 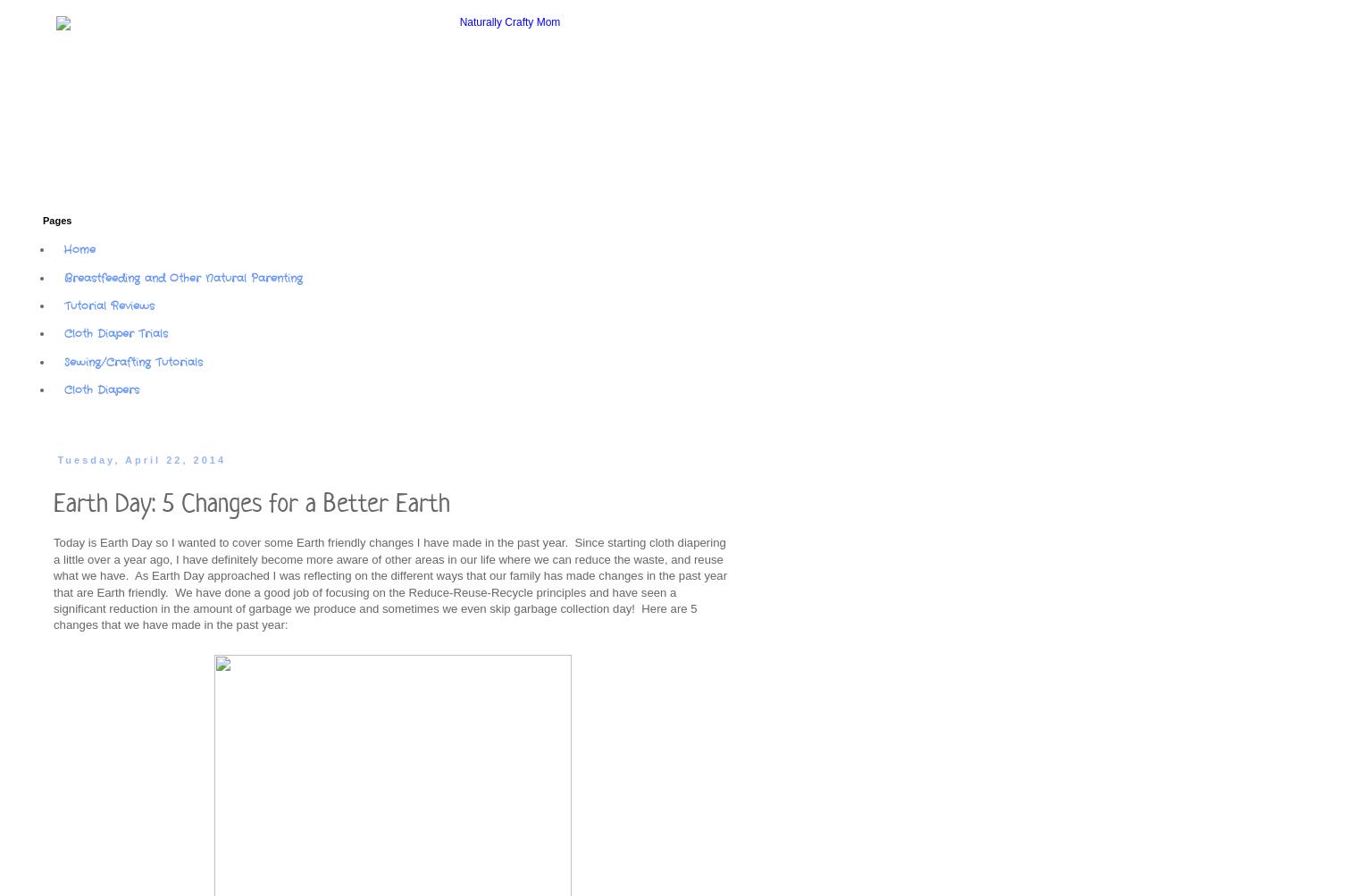 What do you see at coordinates (250, 500) in the screenshot?
I see `'Earth Day: 5 Changes for a Better Earth'` at bounding box center [250, 500].